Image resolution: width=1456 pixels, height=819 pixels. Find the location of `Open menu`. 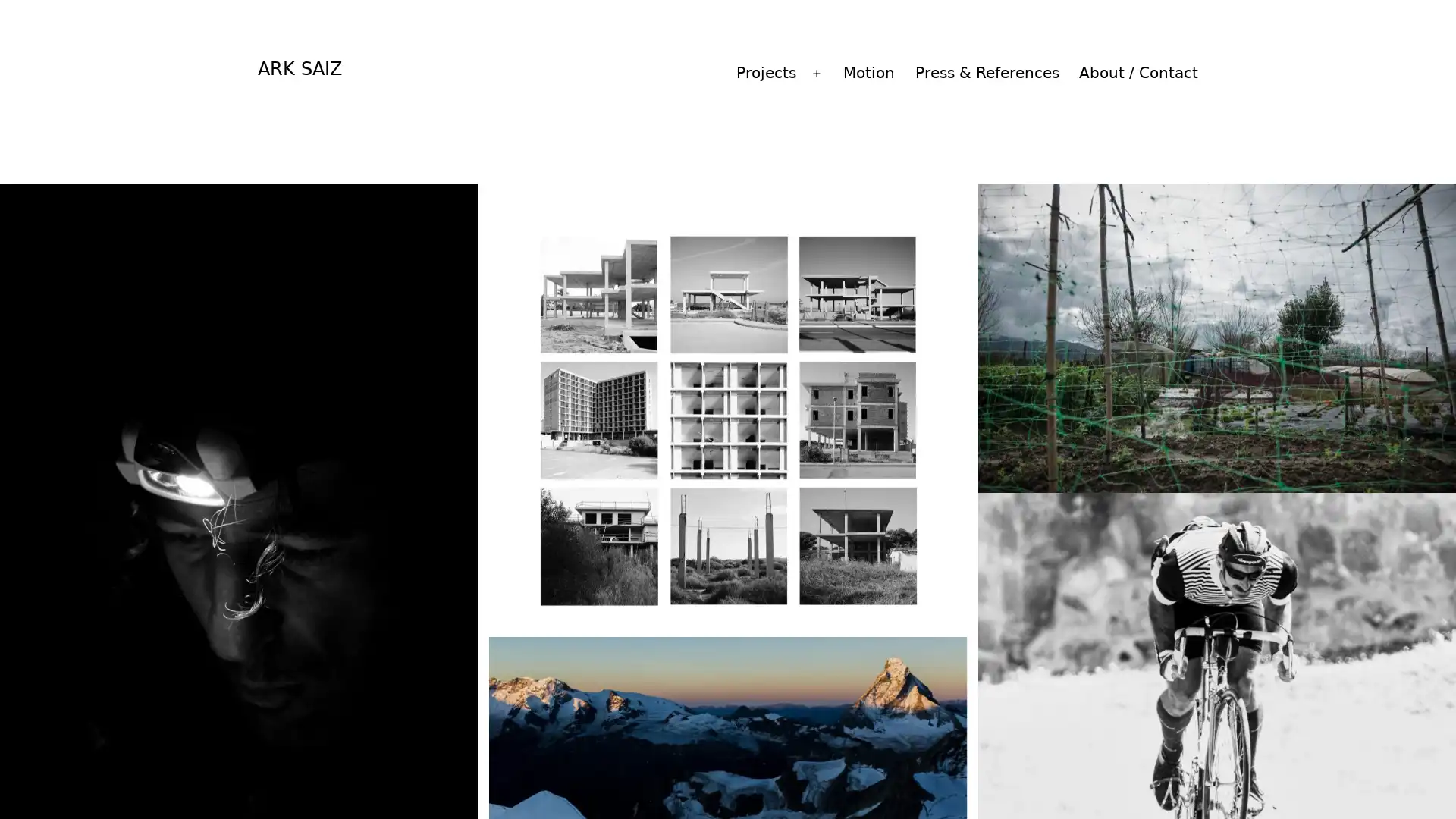

Open menu is located at coordinates (815, 73).